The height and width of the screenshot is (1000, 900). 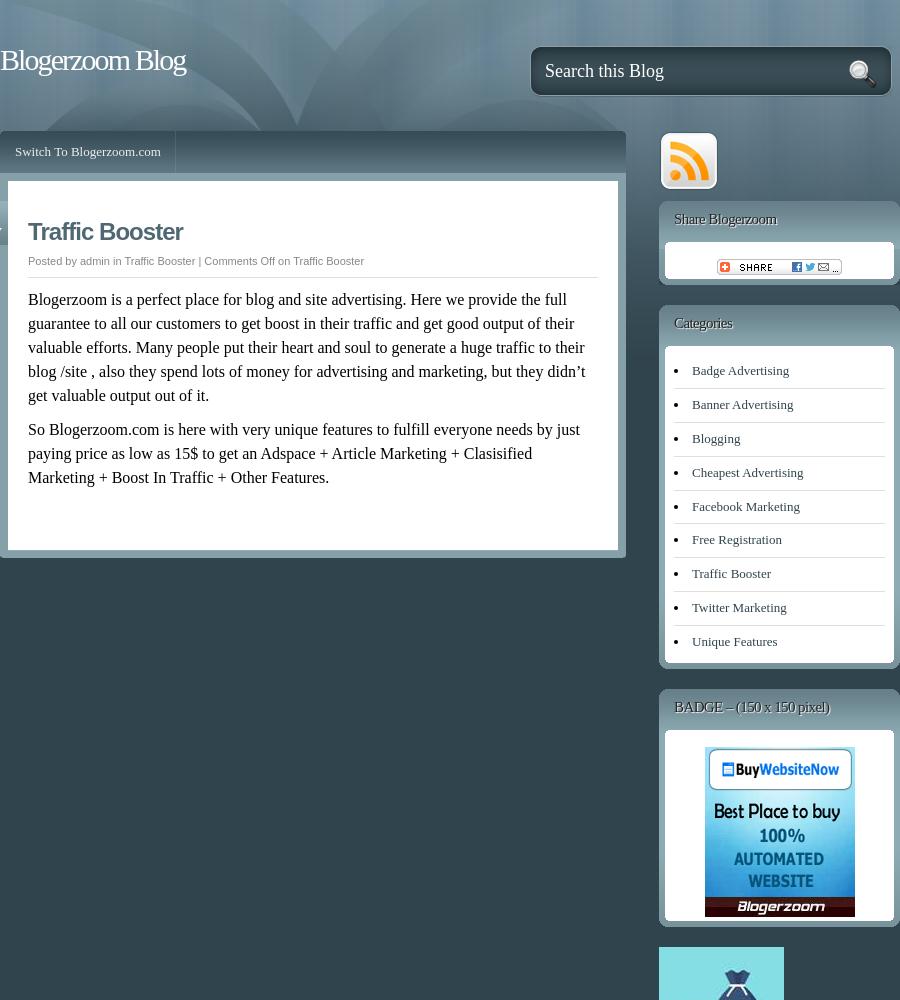 I want to click on 'Switch To Blogerzoom.com', so click(x=14, y=151).